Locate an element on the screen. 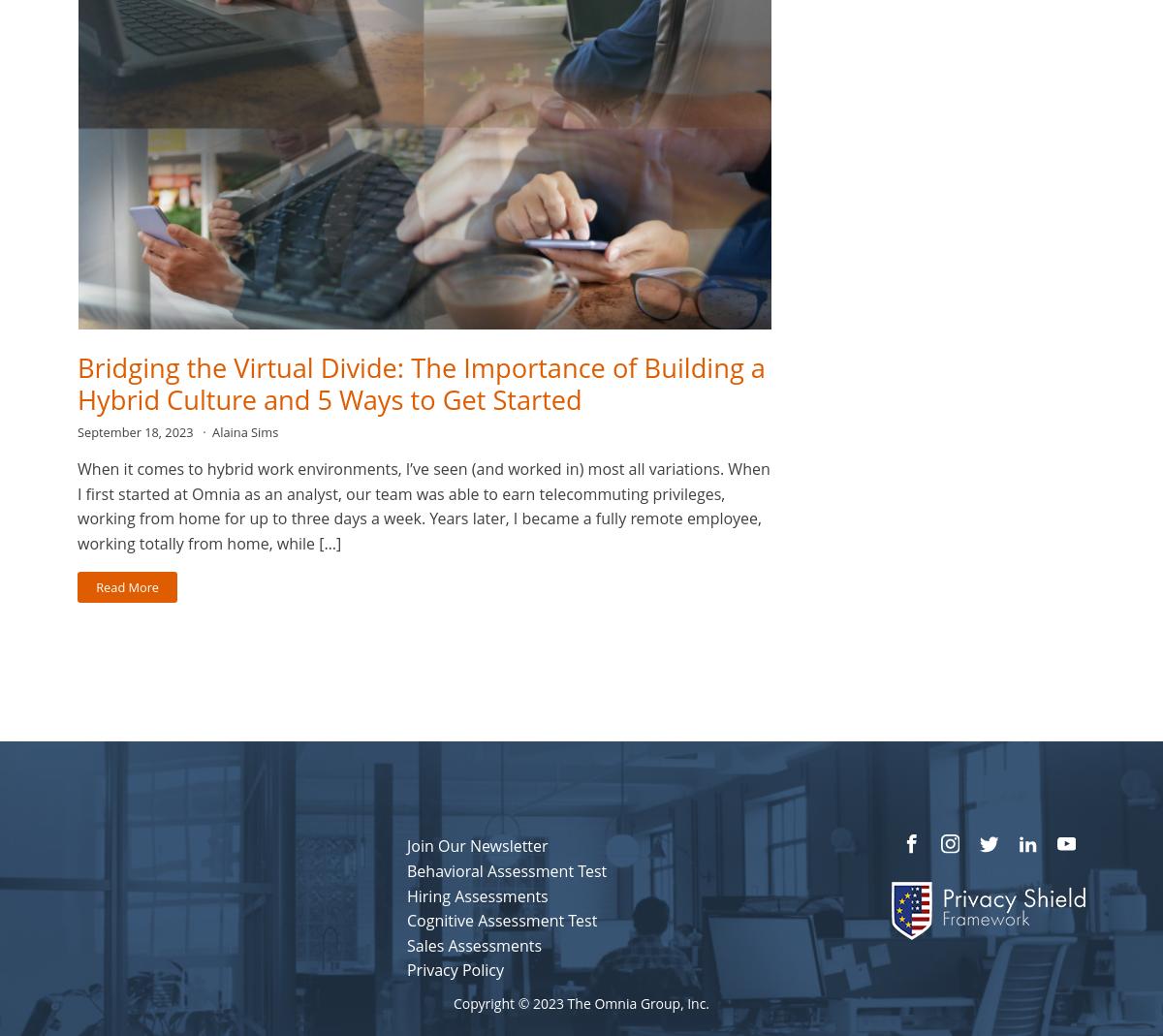 The height and width of the screenshot is (1036, 1163). 'September 18, 2023' is located at coordinates (78, 430).